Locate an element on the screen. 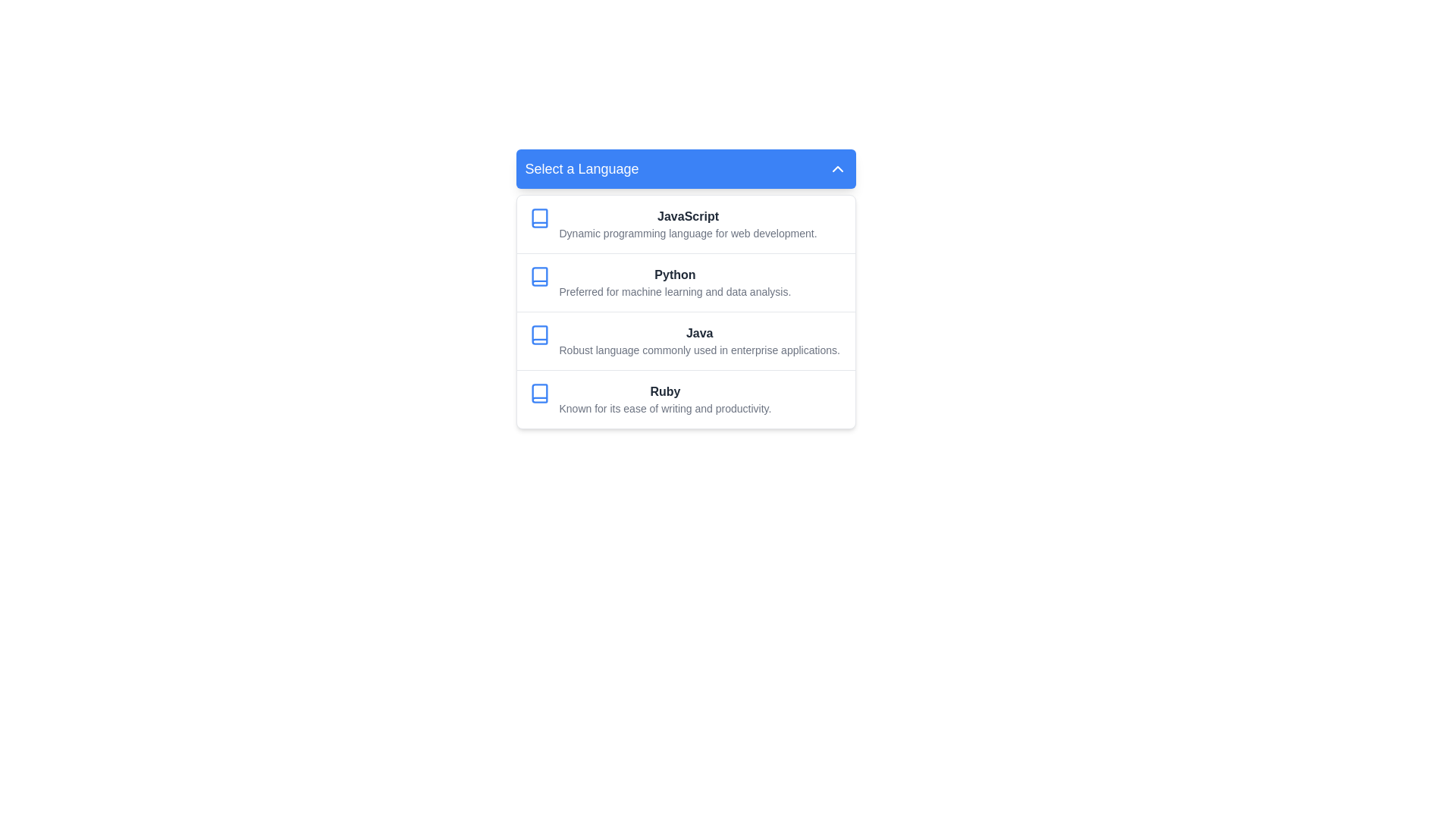  the second option in the language selection dropdown menu, which describes Python as a language for machine learning and data analysis is located at coordinates (685, 282).